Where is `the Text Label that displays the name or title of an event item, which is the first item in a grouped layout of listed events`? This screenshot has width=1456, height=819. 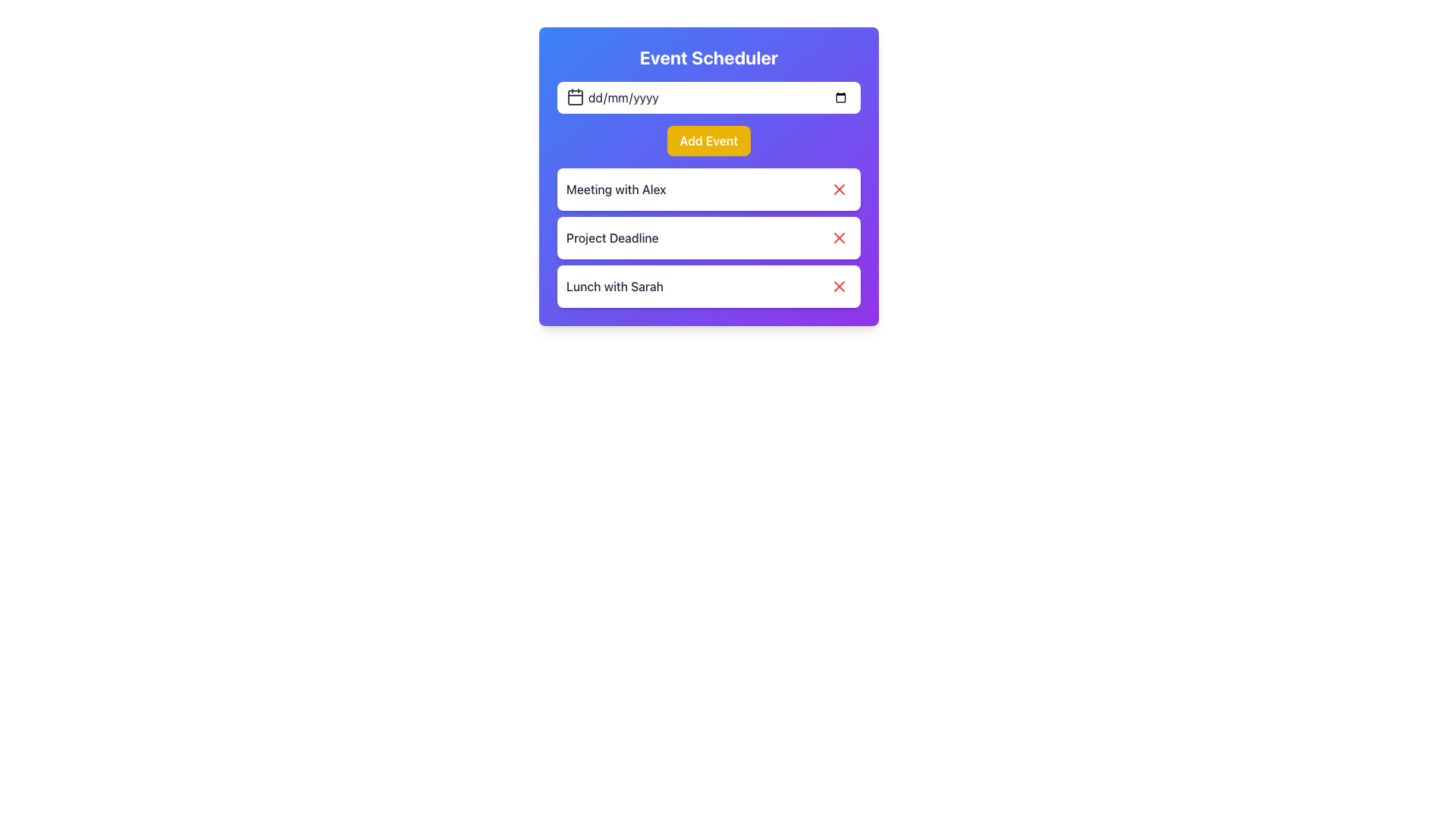 the Text Label that displays the name or title of an event item, which is the first item in a grouped layout of listed events is located at coordinates (616, 189).